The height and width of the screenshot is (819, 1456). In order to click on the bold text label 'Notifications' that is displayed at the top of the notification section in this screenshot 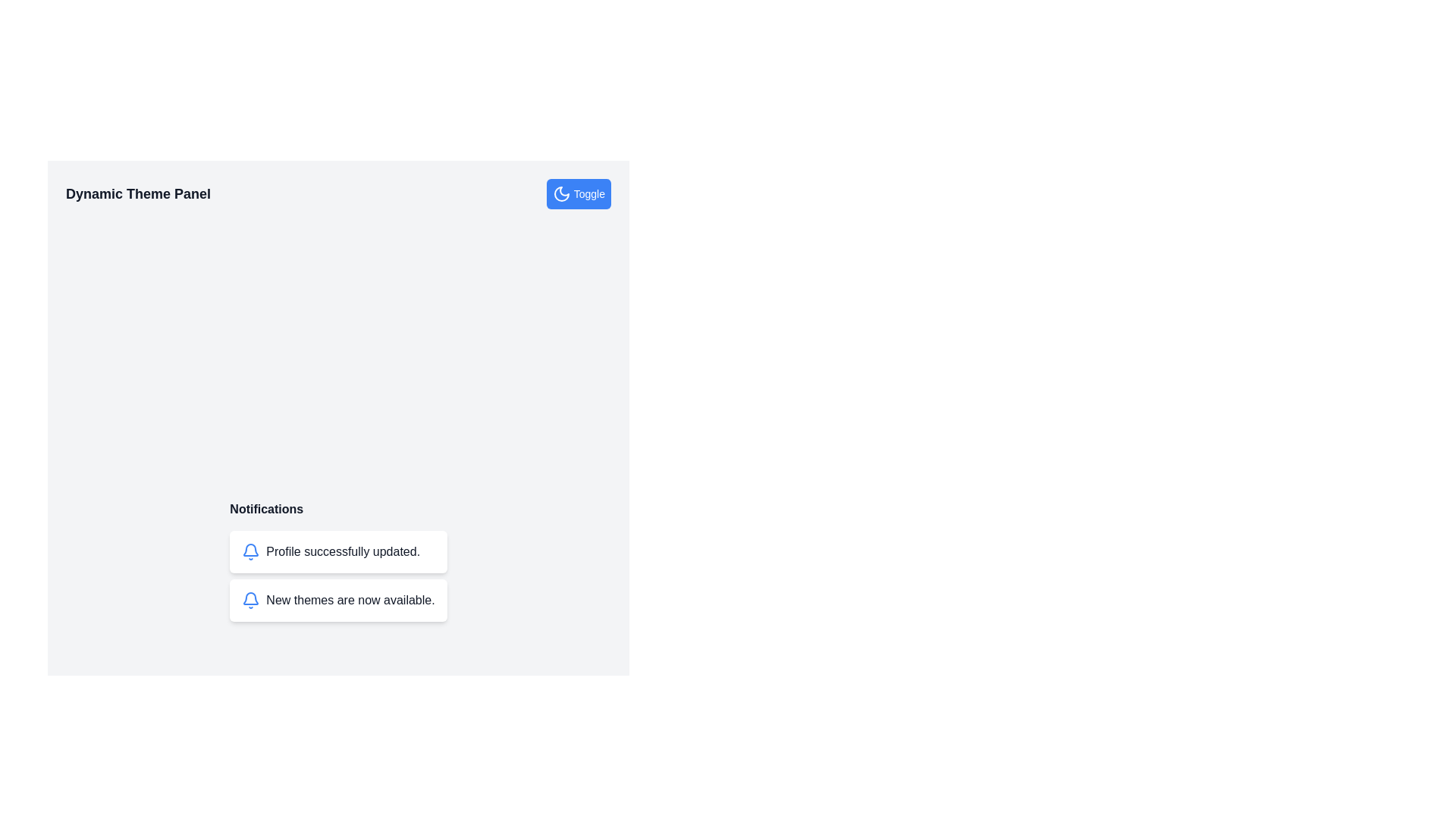, I will do `click(266, 509)`.